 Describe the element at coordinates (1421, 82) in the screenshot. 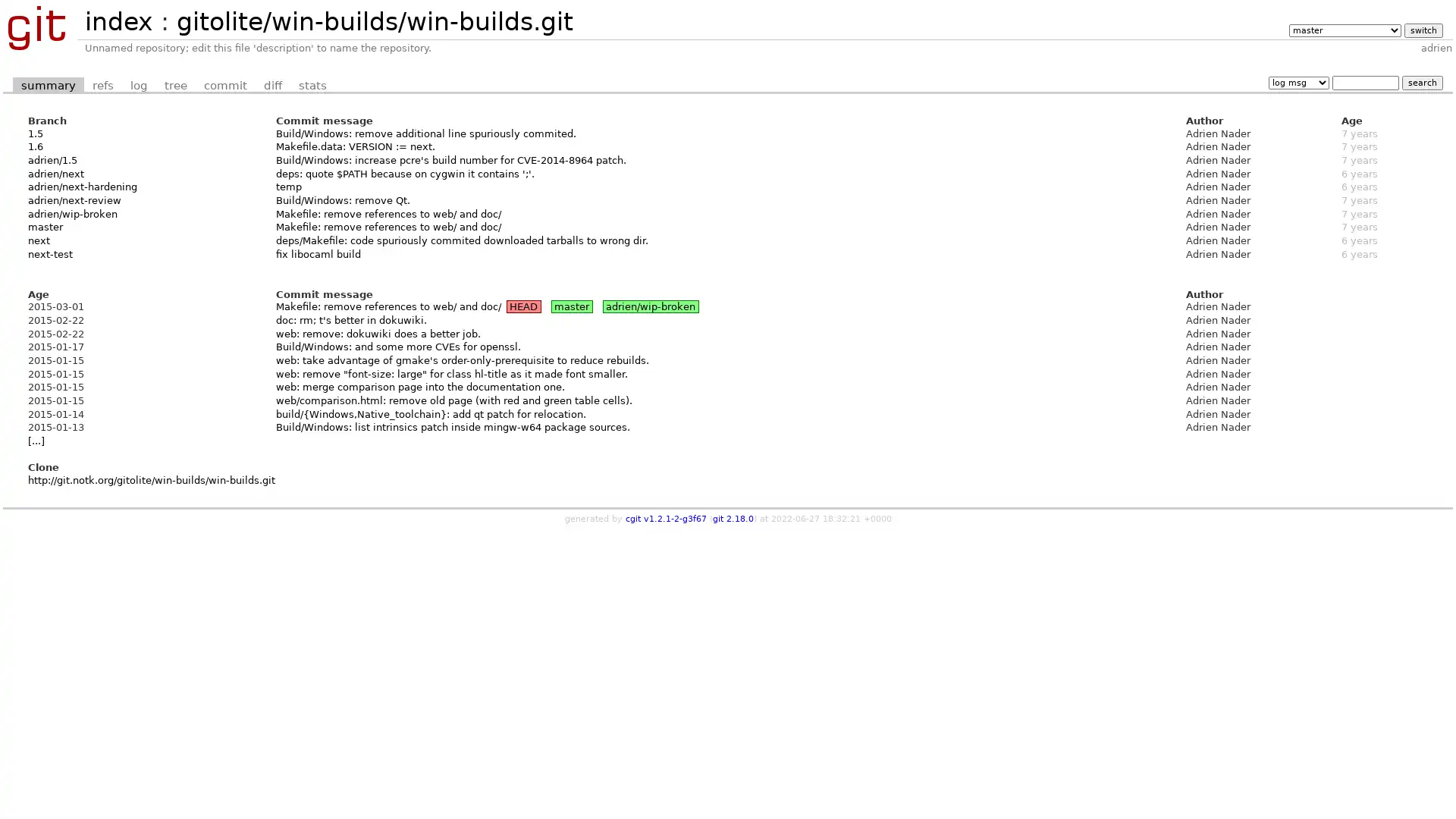

I see `search` at that location.